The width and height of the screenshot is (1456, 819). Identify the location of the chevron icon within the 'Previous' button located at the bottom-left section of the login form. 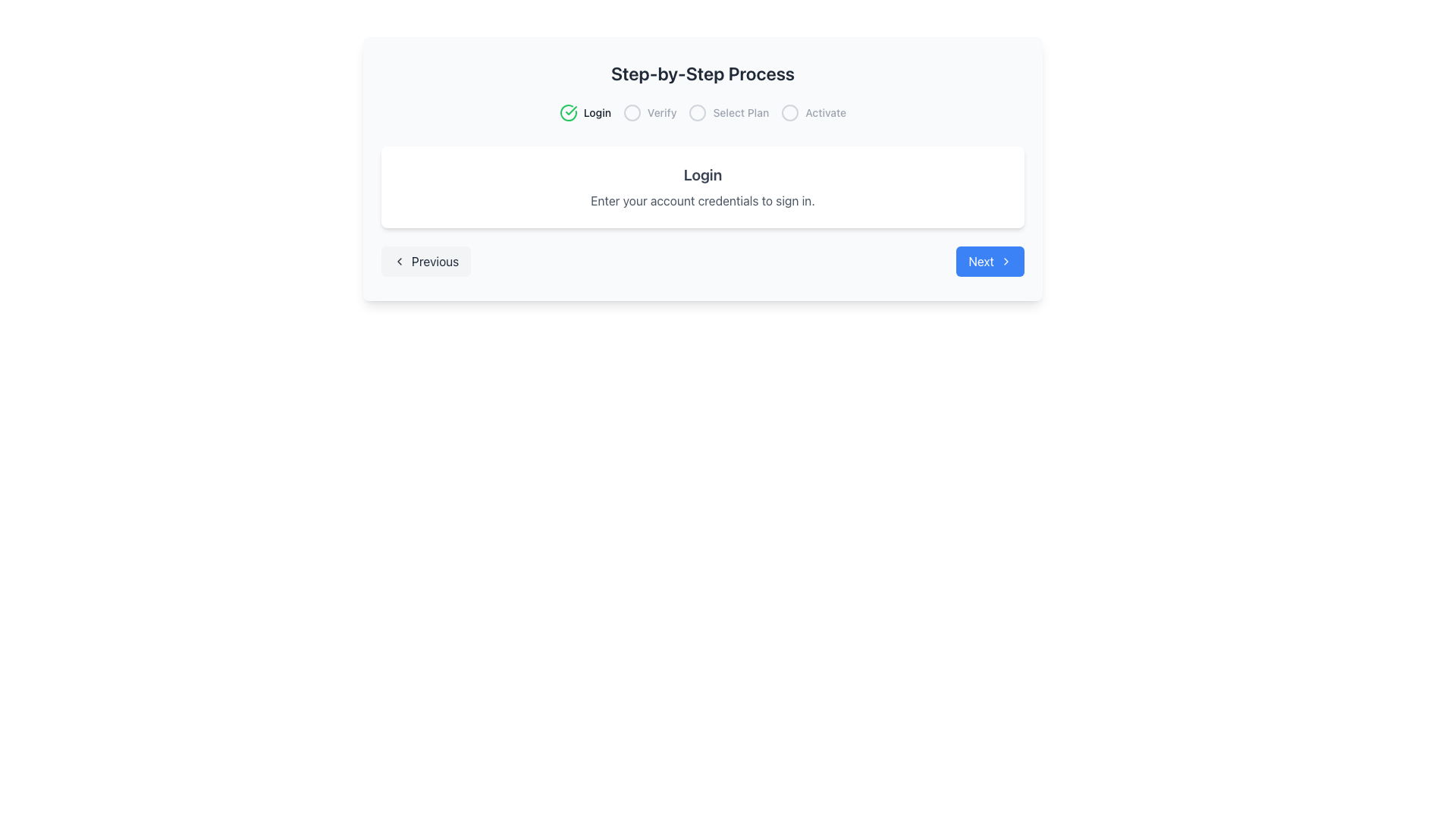
(400, 260).